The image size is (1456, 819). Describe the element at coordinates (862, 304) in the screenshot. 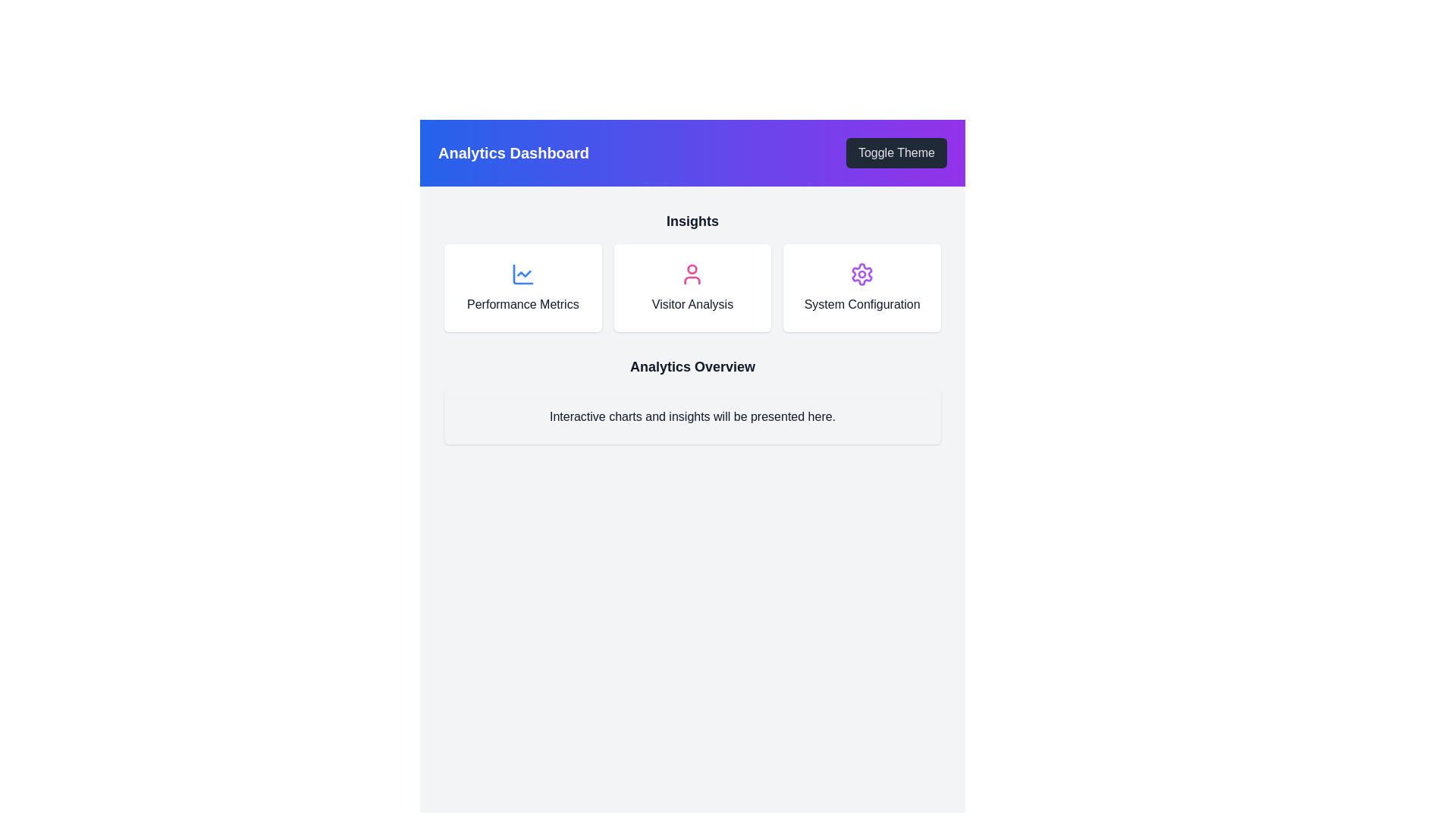

I see `the descriptive text label for the system configuration feature located beneath the settings icon on the third card in the 'Insights' section of the dashboard` at that location.